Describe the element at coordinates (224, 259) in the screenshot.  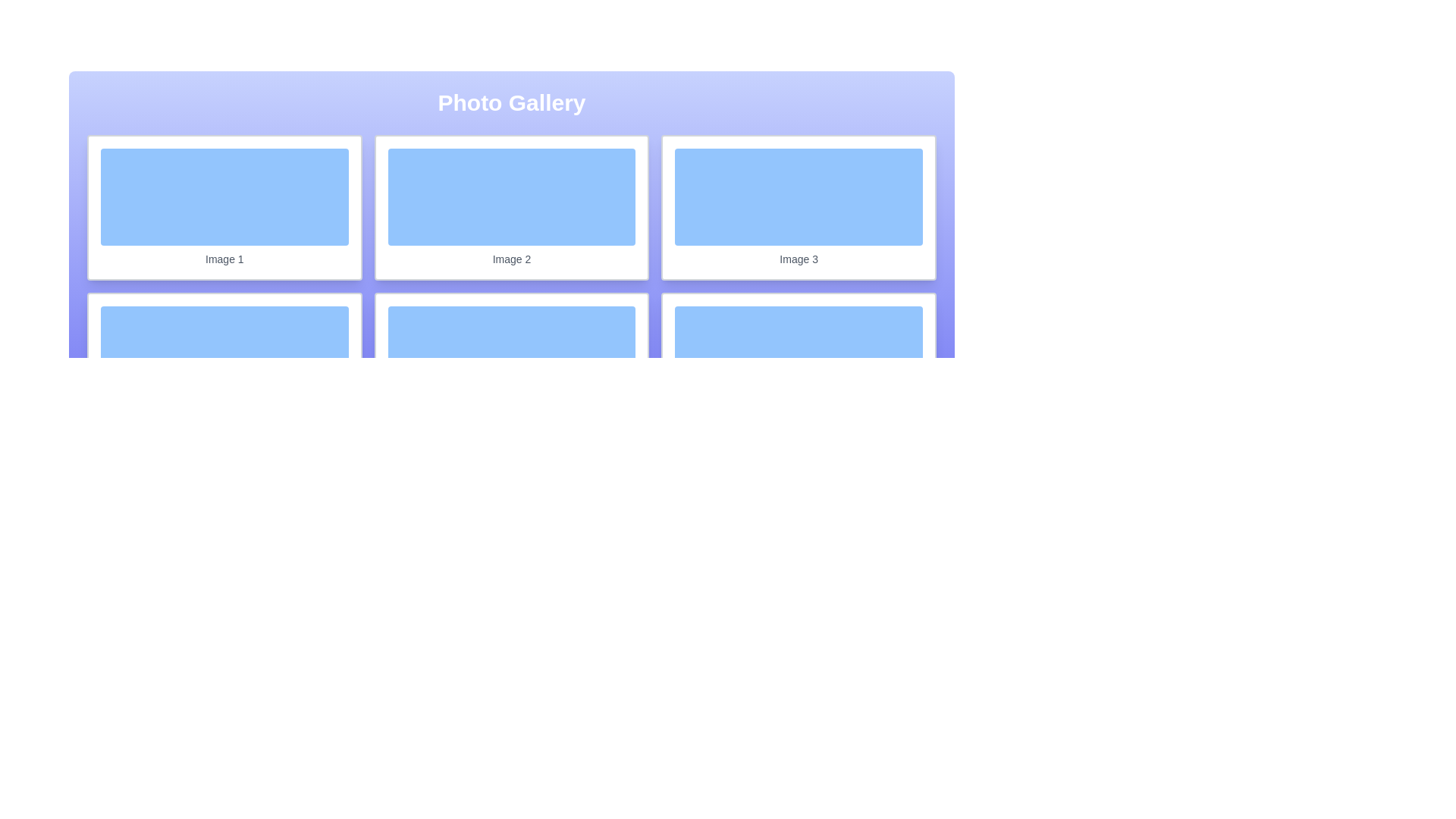
I see `text displayed in the label styled in a small gray font that shows 'Image 1', located at the bottom of the first photo card in the gallery` at that location.